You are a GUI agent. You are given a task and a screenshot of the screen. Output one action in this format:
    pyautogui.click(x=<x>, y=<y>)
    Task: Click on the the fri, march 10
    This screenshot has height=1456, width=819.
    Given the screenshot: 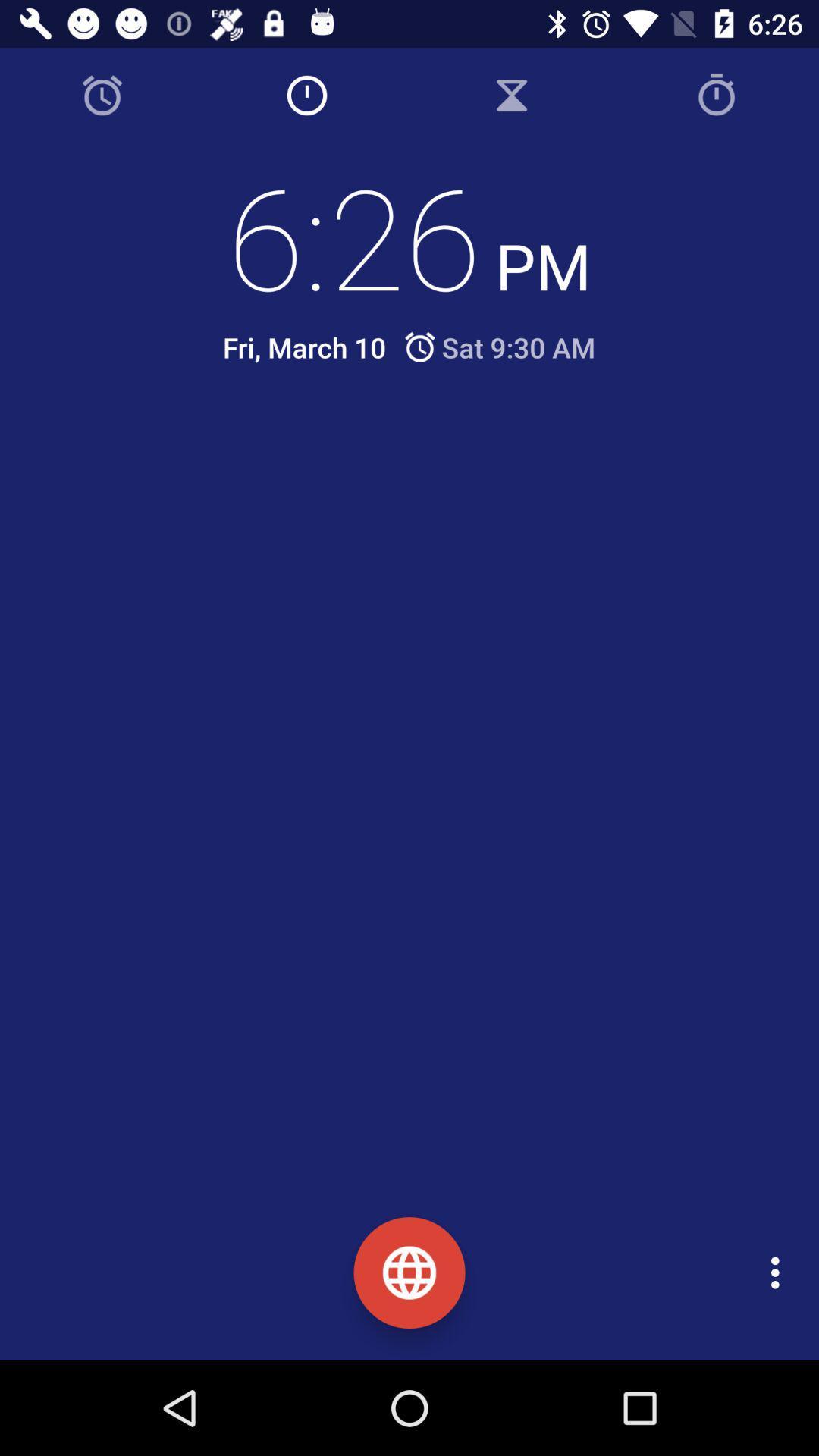 What is the action you would take?
    pyautogui.click(x=304, y=347)
    